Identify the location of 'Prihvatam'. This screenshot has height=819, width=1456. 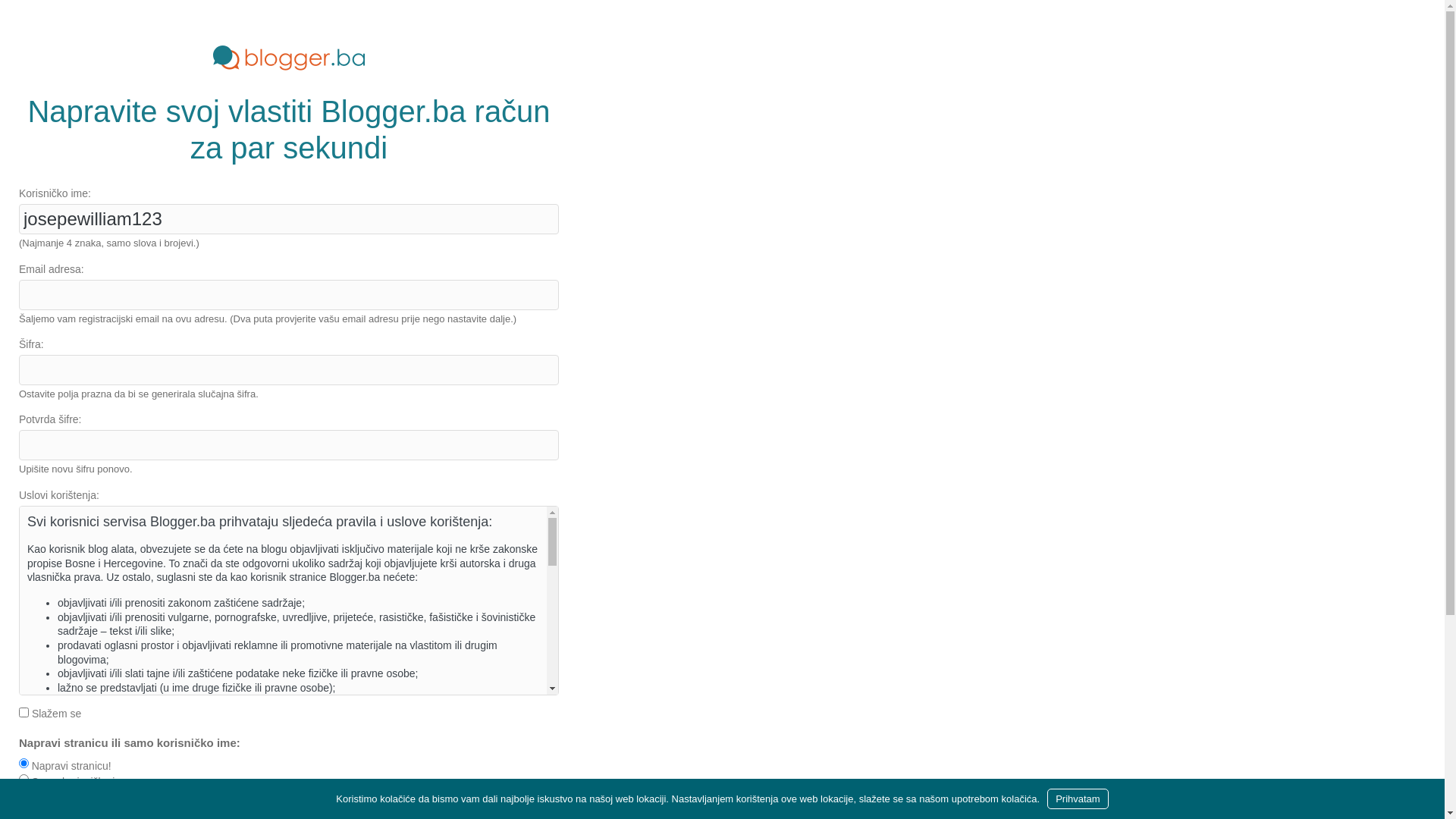
(1077, 798).